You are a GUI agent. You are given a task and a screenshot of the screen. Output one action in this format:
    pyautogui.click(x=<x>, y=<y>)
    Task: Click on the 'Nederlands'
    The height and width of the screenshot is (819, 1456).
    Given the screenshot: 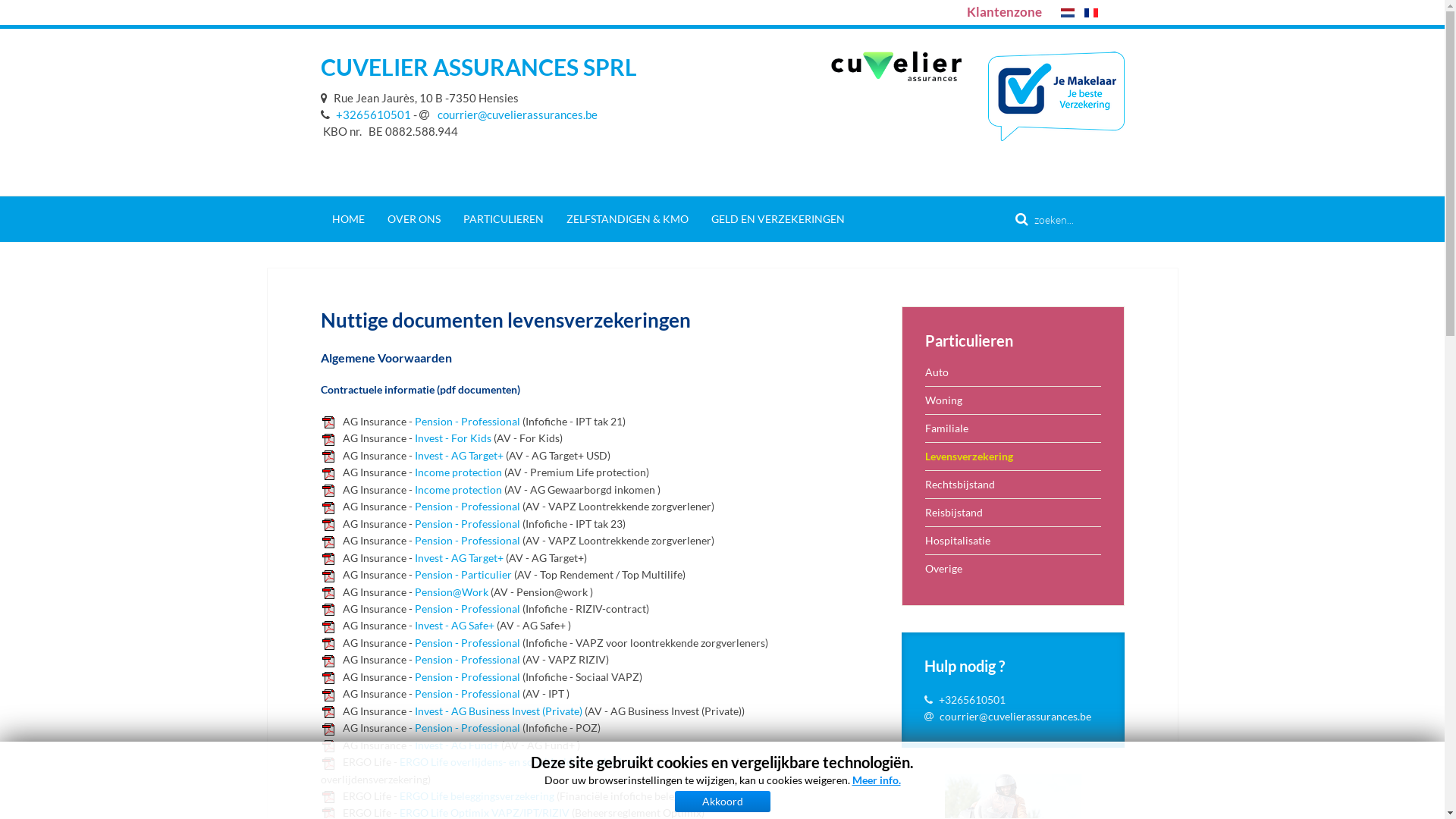 What is the action you would take?
    pyautogui.click(x=1065, y=12)
    